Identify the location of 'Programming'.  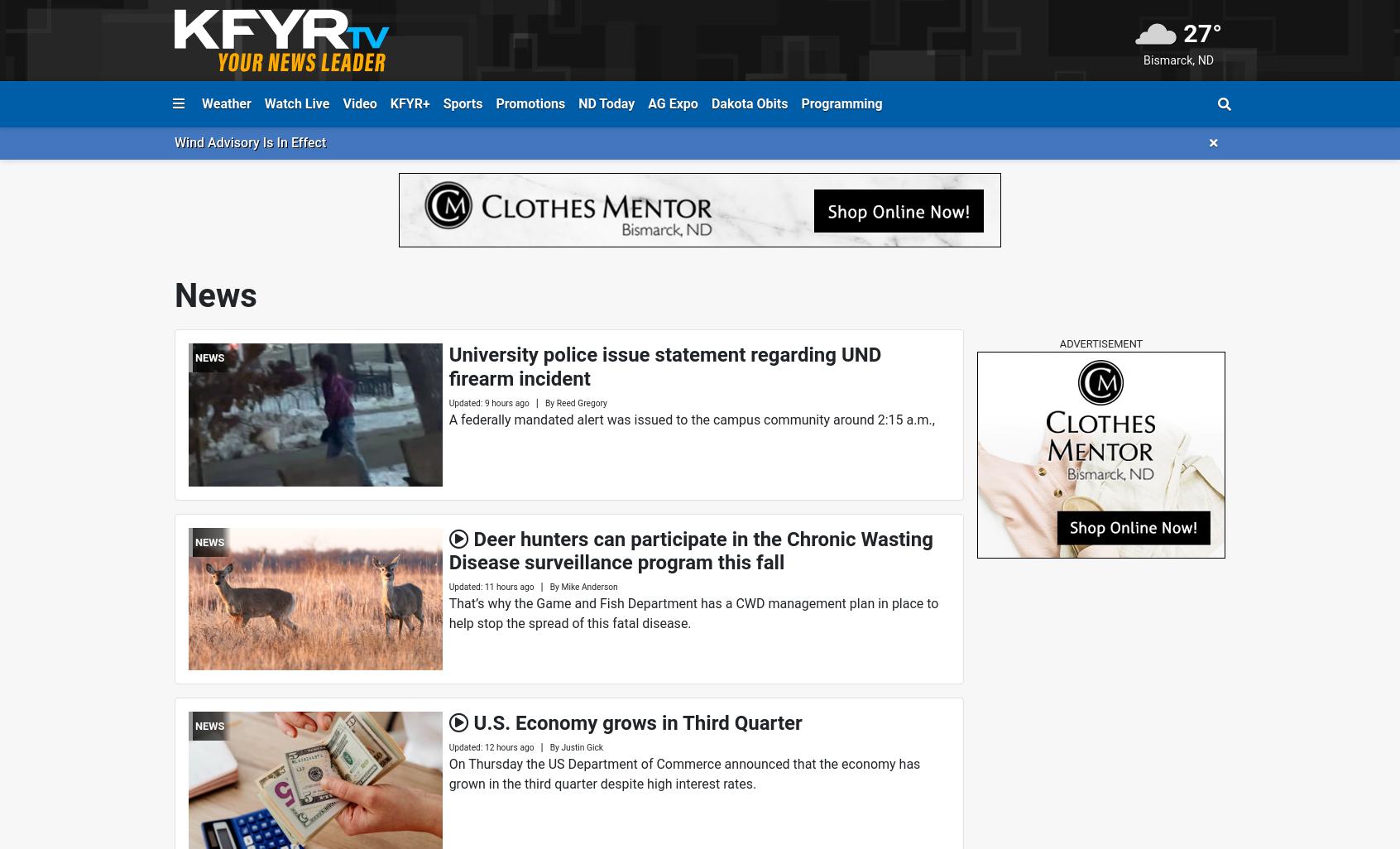
(841, 103).